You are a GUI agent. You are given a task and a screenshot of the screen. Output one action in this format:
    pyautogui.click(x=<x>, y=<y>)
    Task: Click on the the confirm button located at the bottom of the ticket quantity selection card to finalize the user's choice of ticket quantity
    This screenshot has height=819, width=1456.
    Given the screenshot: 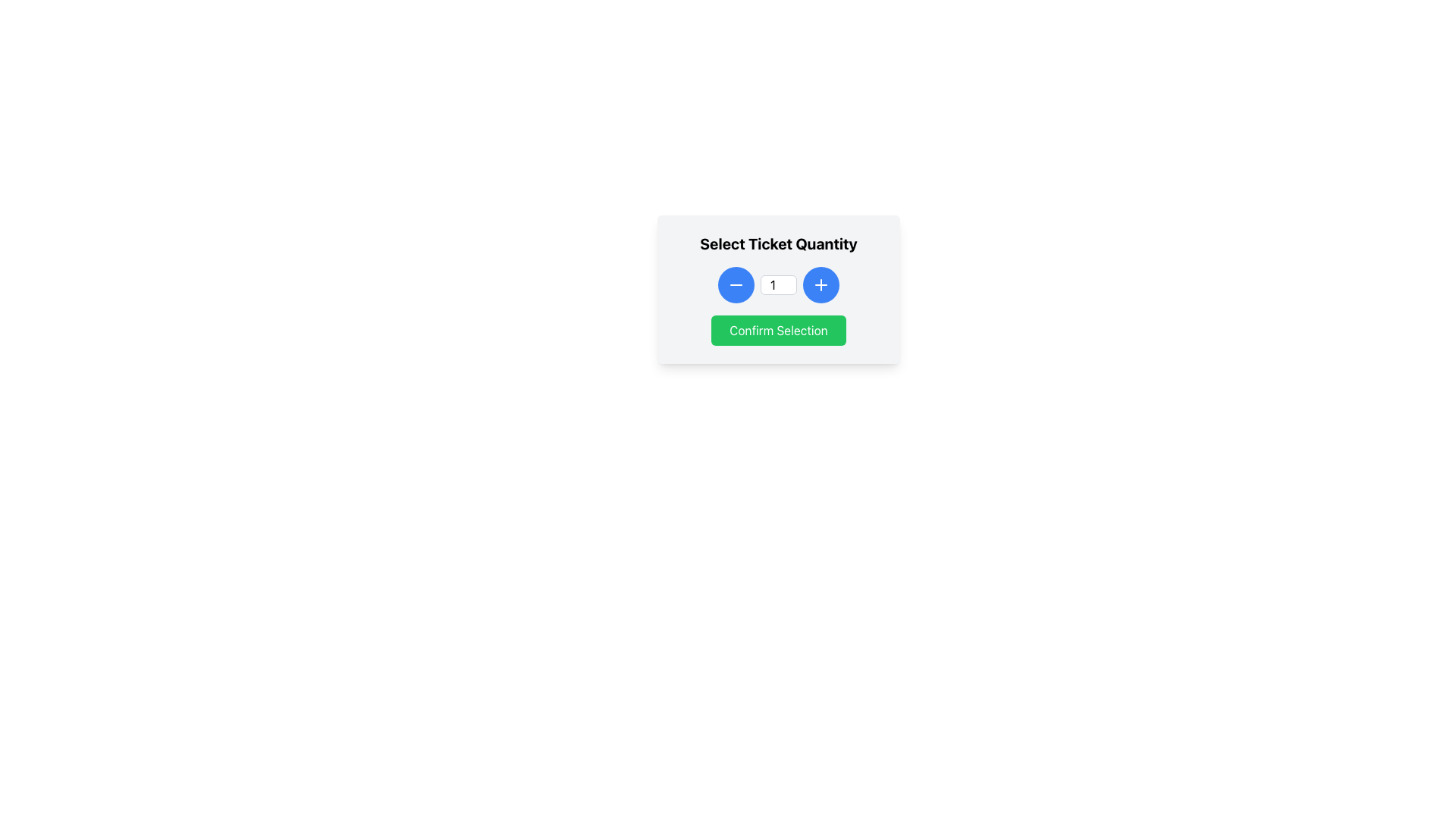 What is the action you would take?
    pyautogui.click(x=779, y=329)
    